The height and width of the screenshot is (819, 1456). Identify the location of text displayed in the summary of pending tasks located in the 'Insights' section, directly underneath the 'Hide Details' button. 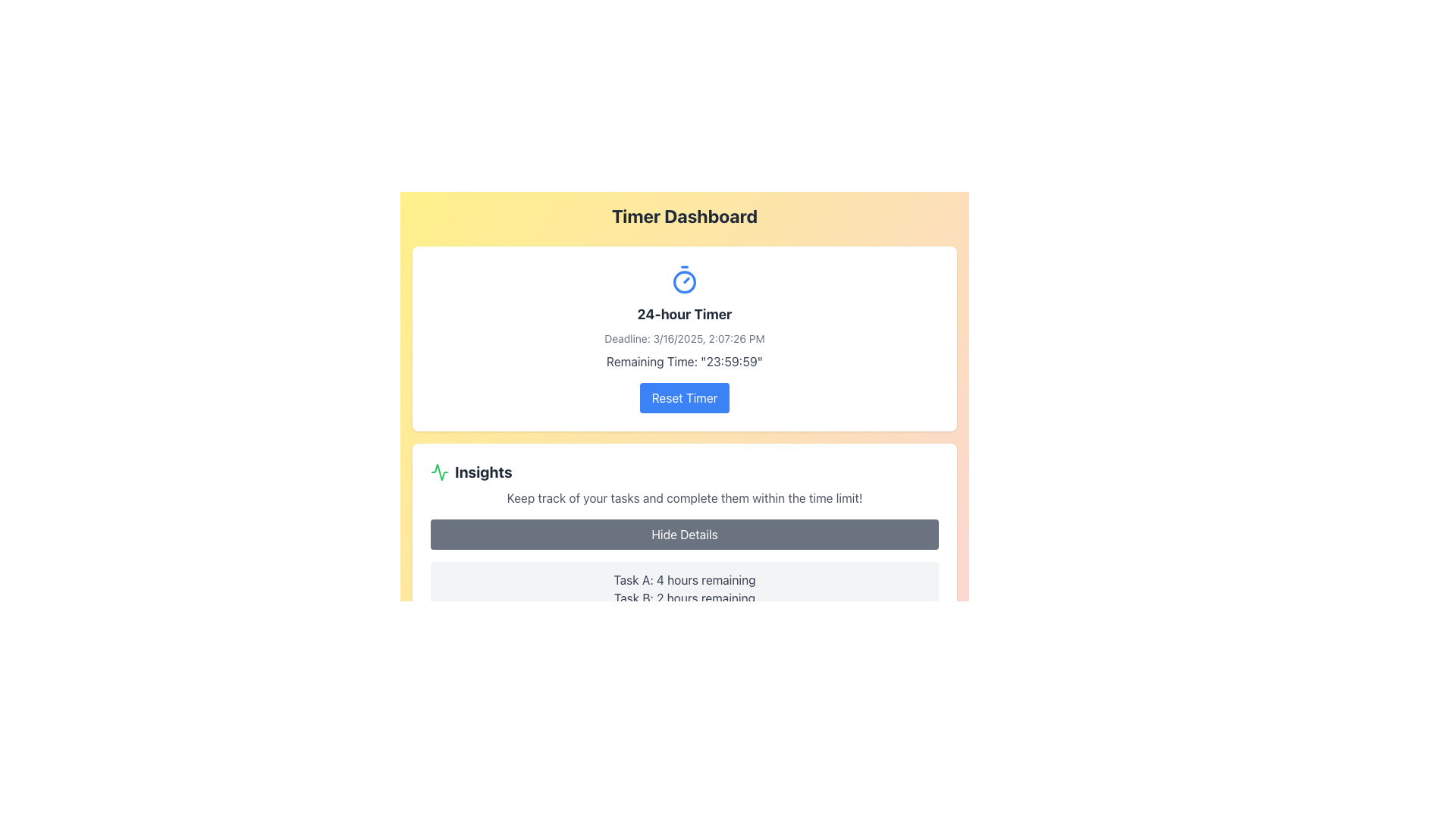
(683, 598).